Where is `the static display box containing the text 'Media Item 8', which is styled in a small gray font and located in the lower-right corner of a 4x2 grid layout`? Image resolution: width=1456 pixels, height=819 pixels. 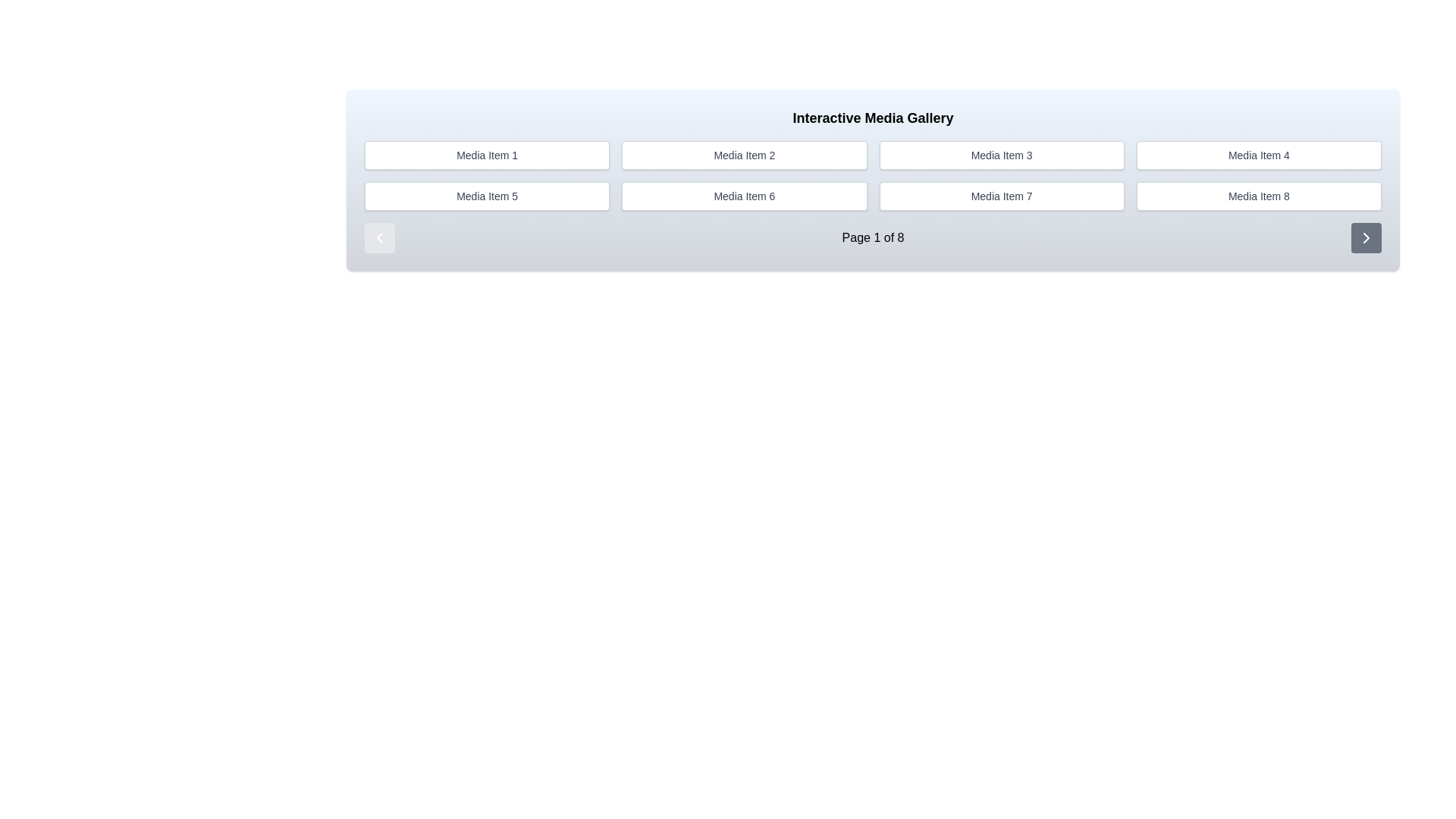
the static display box containing the text 'Media Item 8', which is styled in a small gray font and located in the lower-right corner of a 4x2 grid layout is located at coordinates (1259, 195).